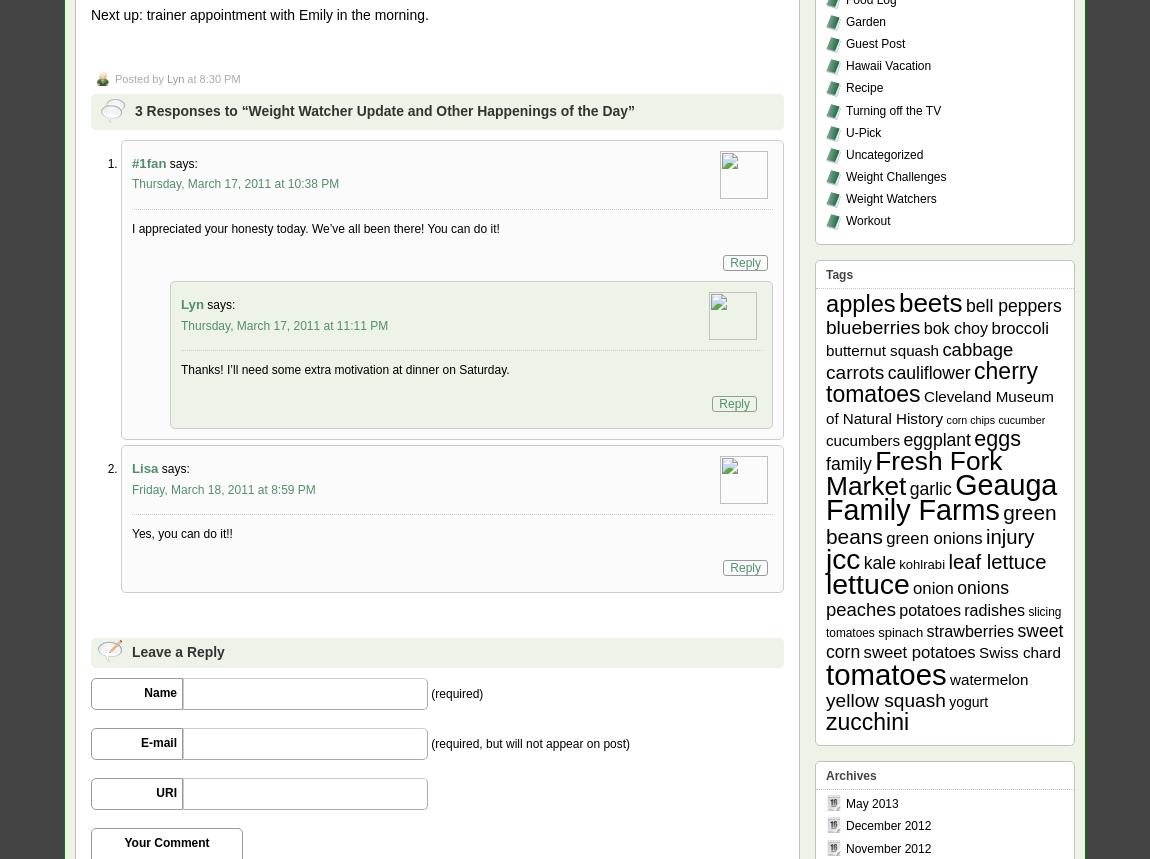  I want to click on 'kohlrabi', so click(921, 562).